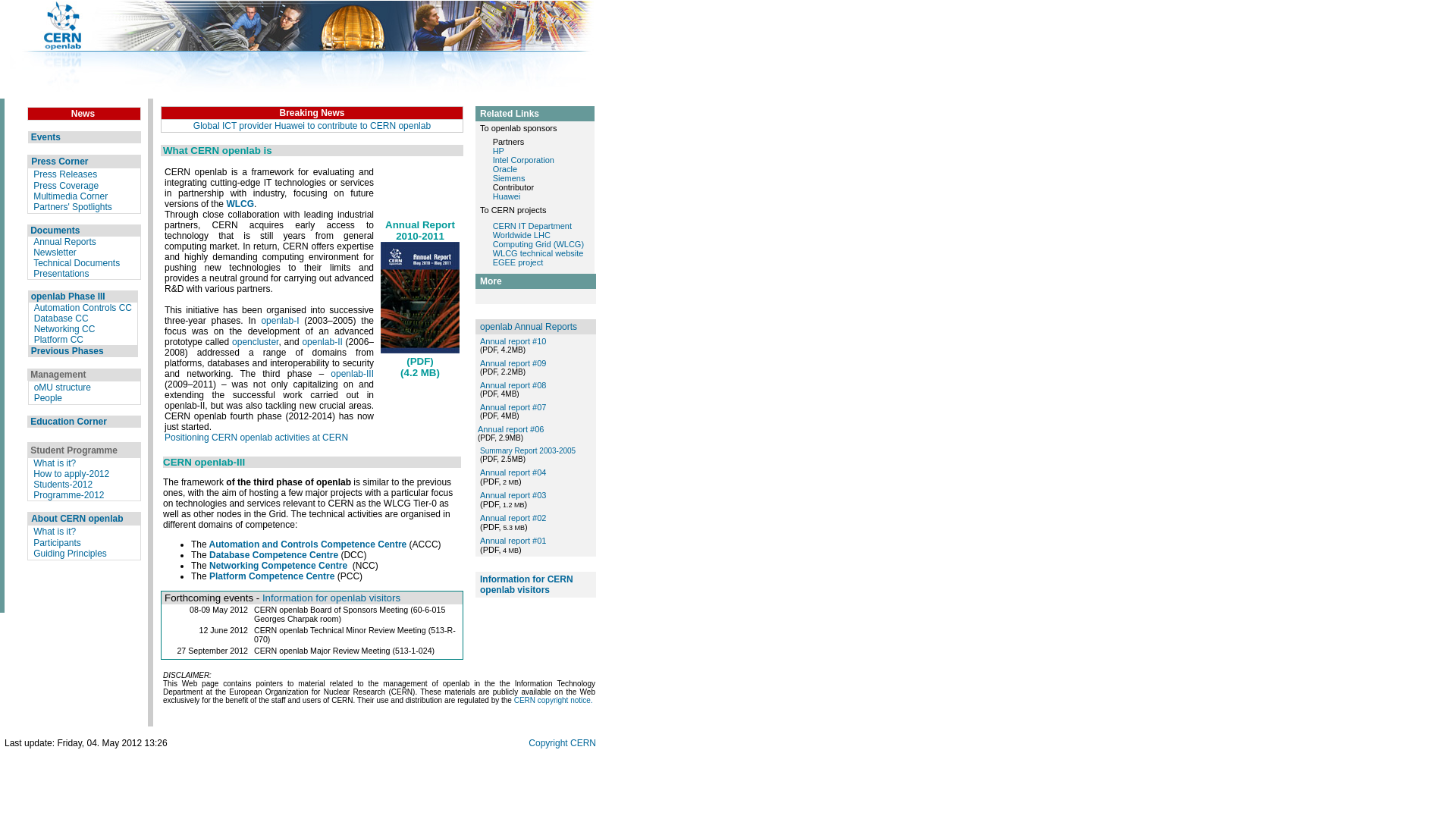 The image size is (1456, 819). What do you see at coordinates (164, 438) in the screenshot?
I see `'Positioning CERN openlab activities at CERN'` at bounding box center [164, 438].